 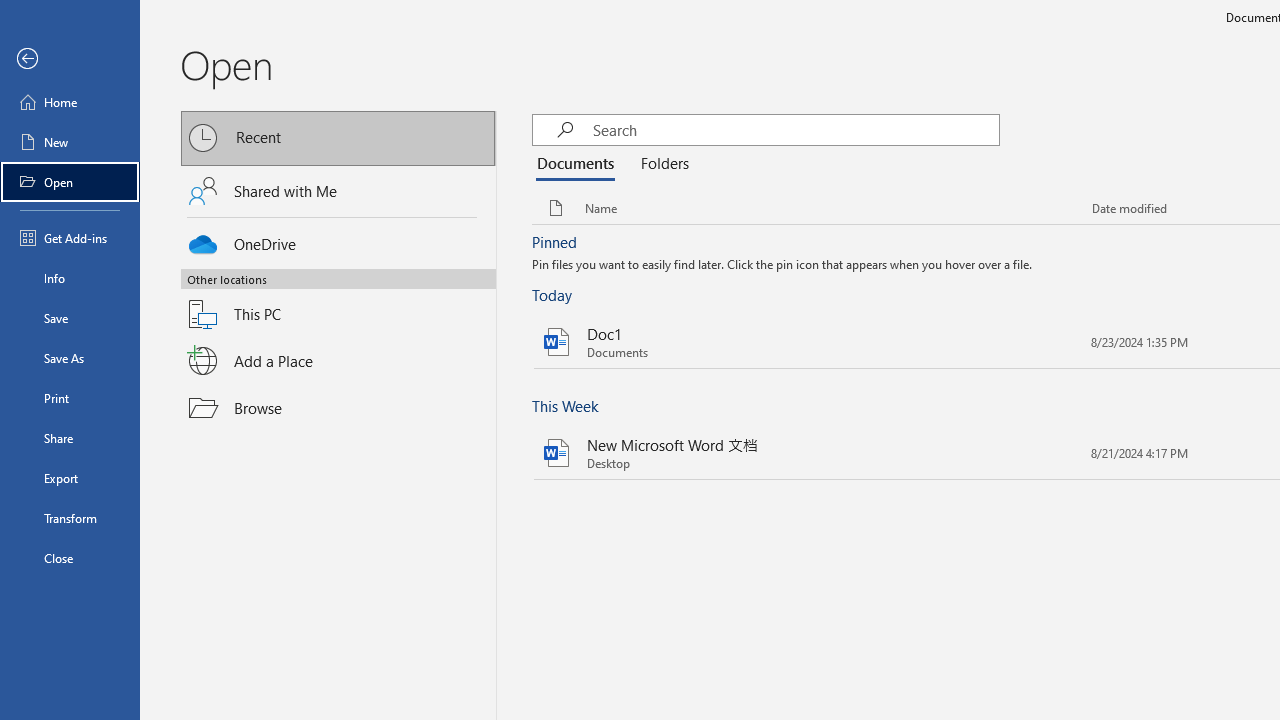 I want to click on 'Add a Place', so click(x=338, y=361).